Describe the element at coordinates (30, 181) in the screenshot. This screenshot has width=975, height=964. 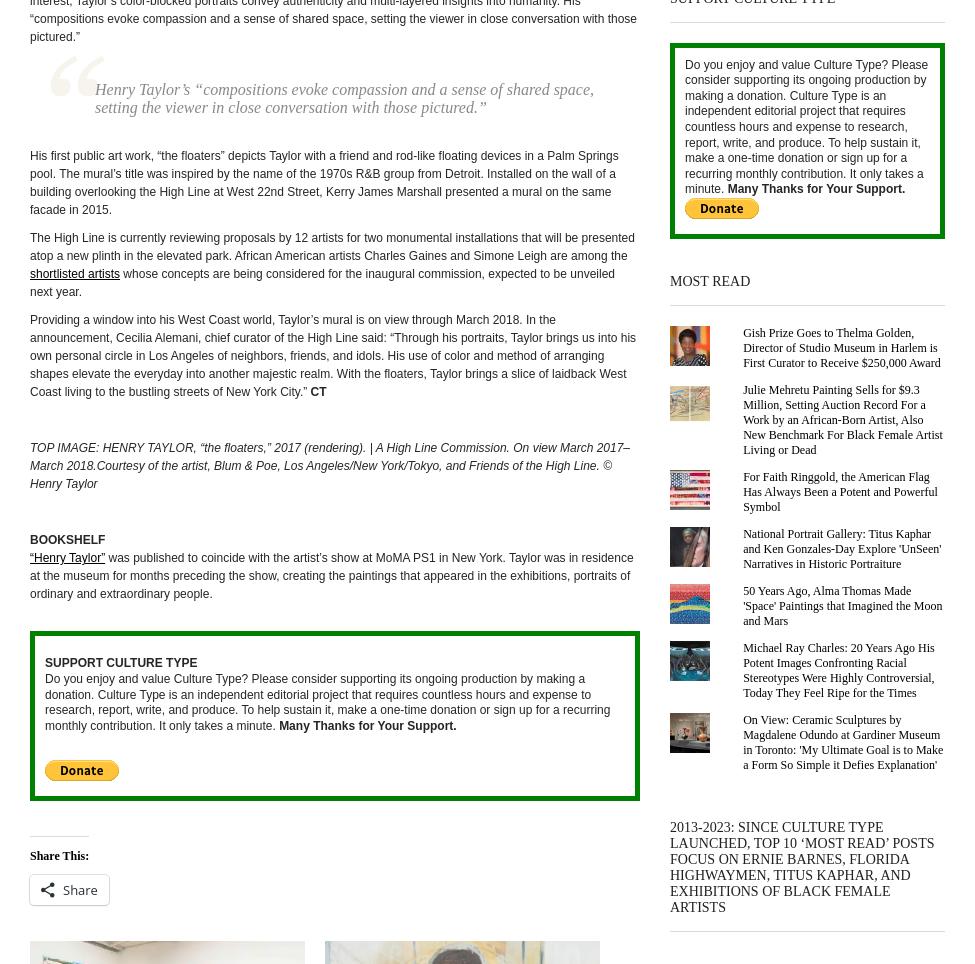
I see `'His first public art work, “the floaters” depicts Taylor with a friend and rod-like floating devices in a Palm Springs pool. The mural’s title was inspired by the name of the 1970s R&B group from Detroit. Installed on the wall of a building overlooking the High Line at West 22nd Street, Kerry James Marshall presented a mural on the same facade in 2015.'` at that location.